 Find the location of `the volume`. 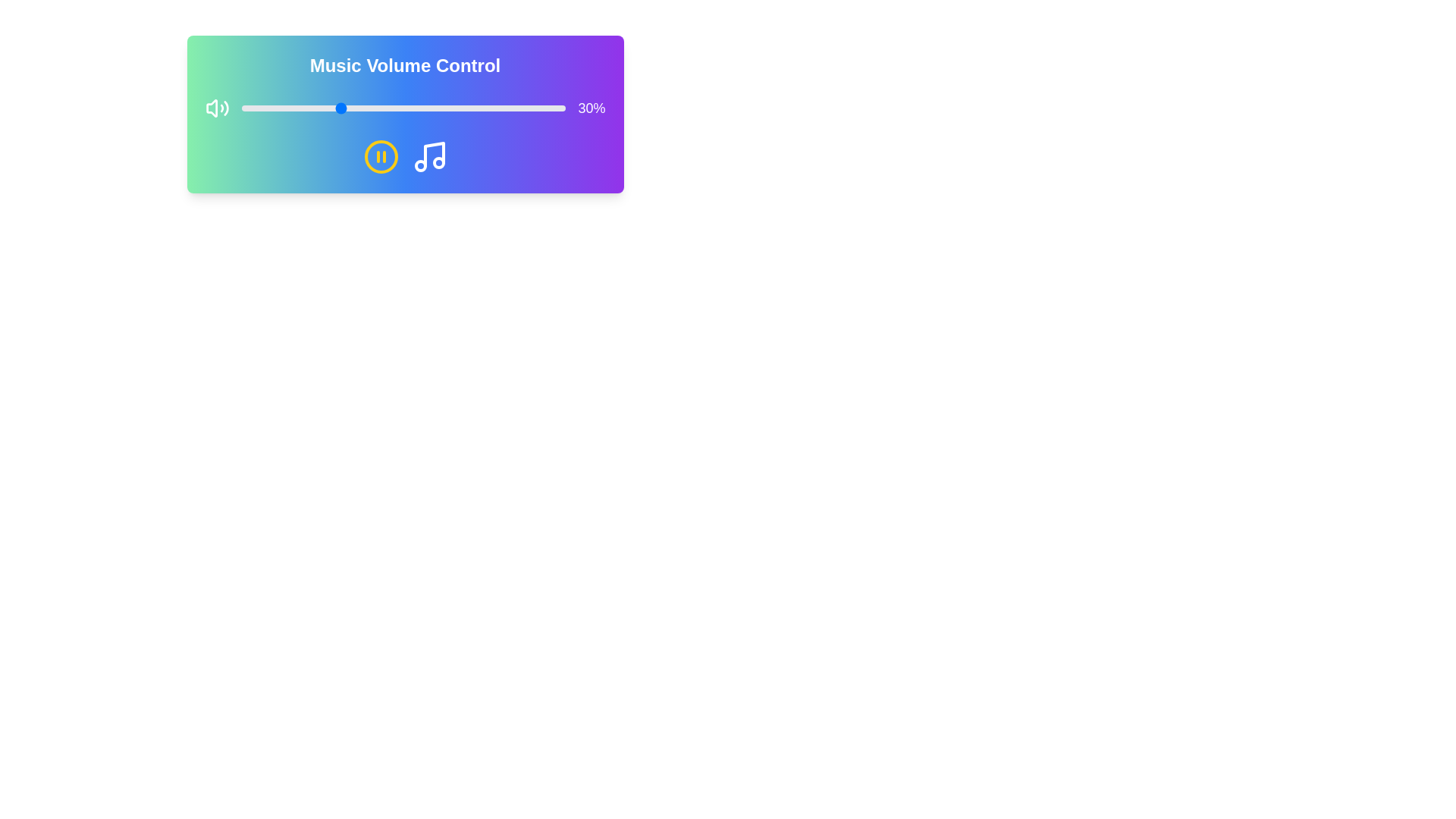

the volume is located at coordinates (340, 107).